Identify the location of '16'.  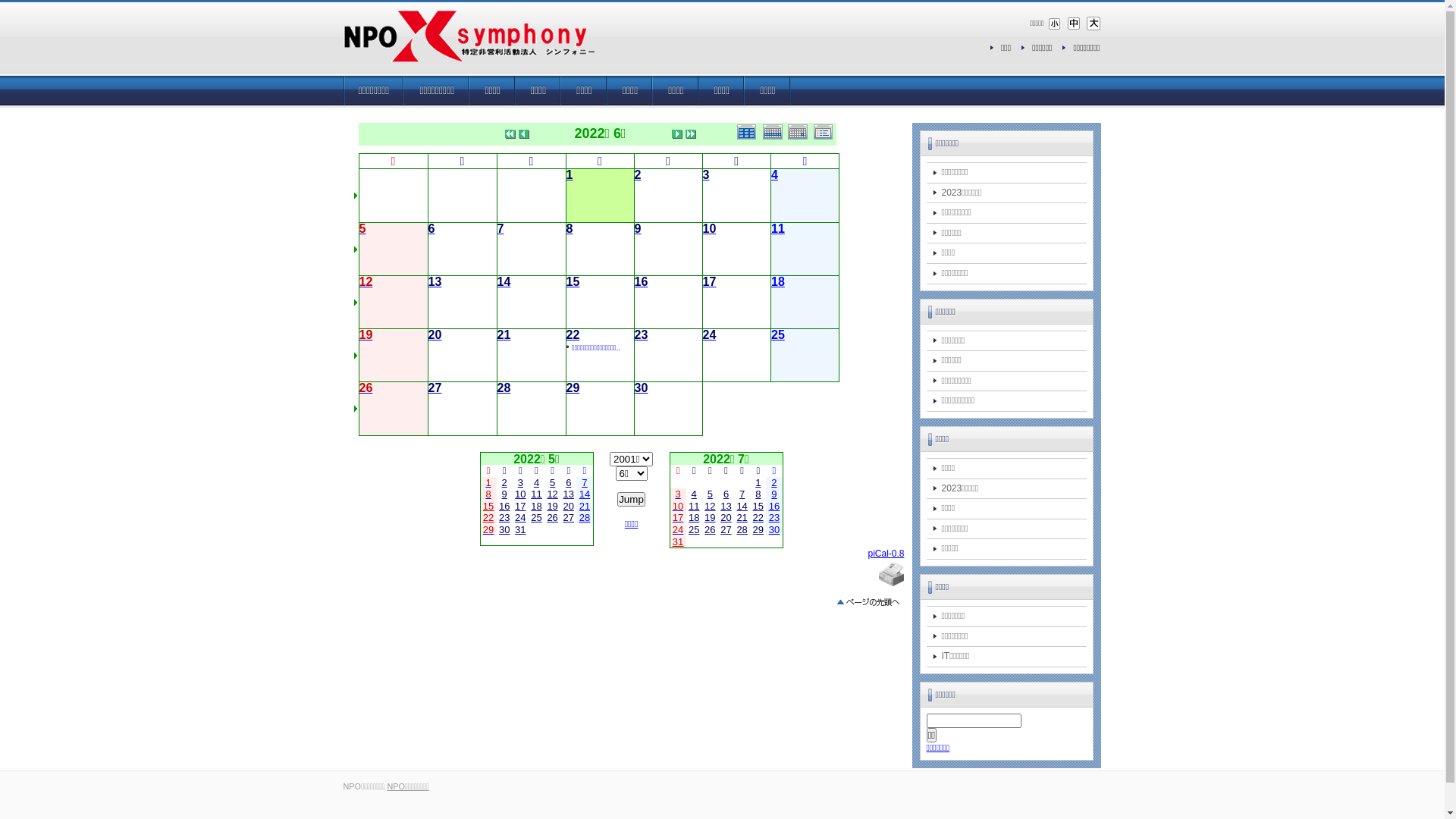
(640, 283).